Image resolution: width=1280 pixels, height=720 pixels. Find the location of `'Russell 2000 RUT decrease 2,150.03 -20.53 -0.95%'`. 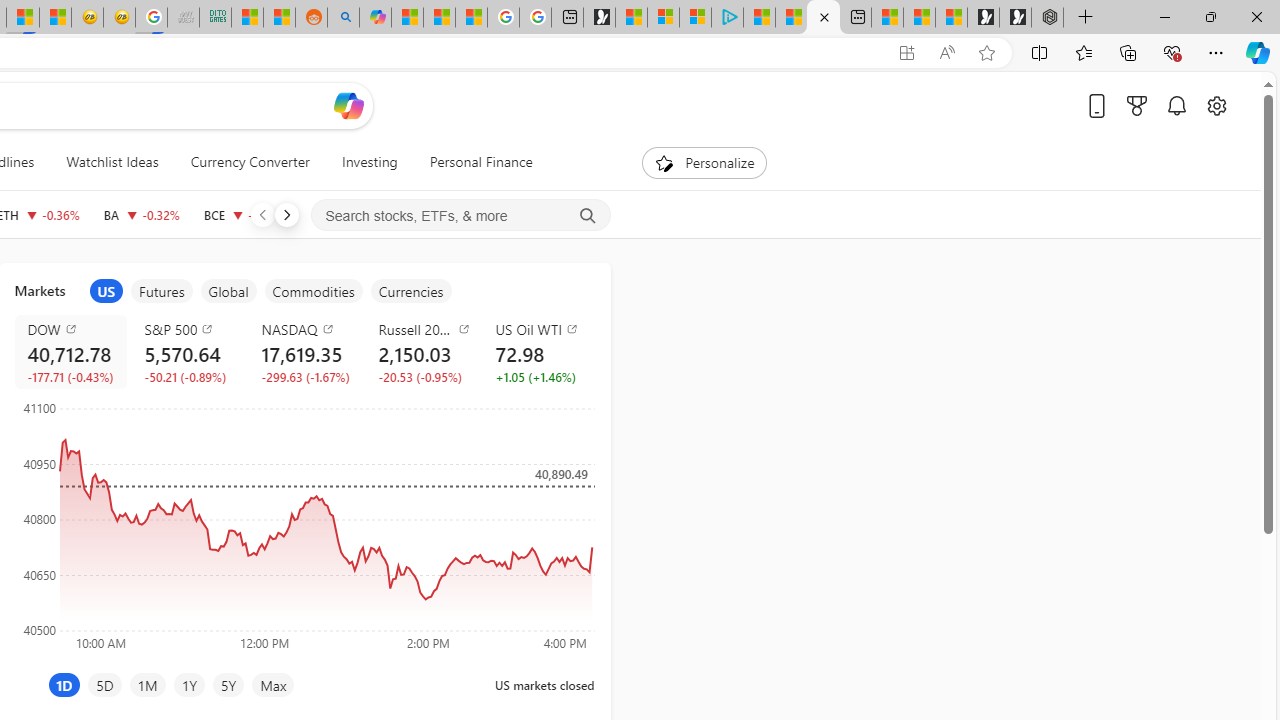

'Russell 2000 RUT decrease 2,150.03 -20.53 -0.95%' is located at coordinates (420, 351).